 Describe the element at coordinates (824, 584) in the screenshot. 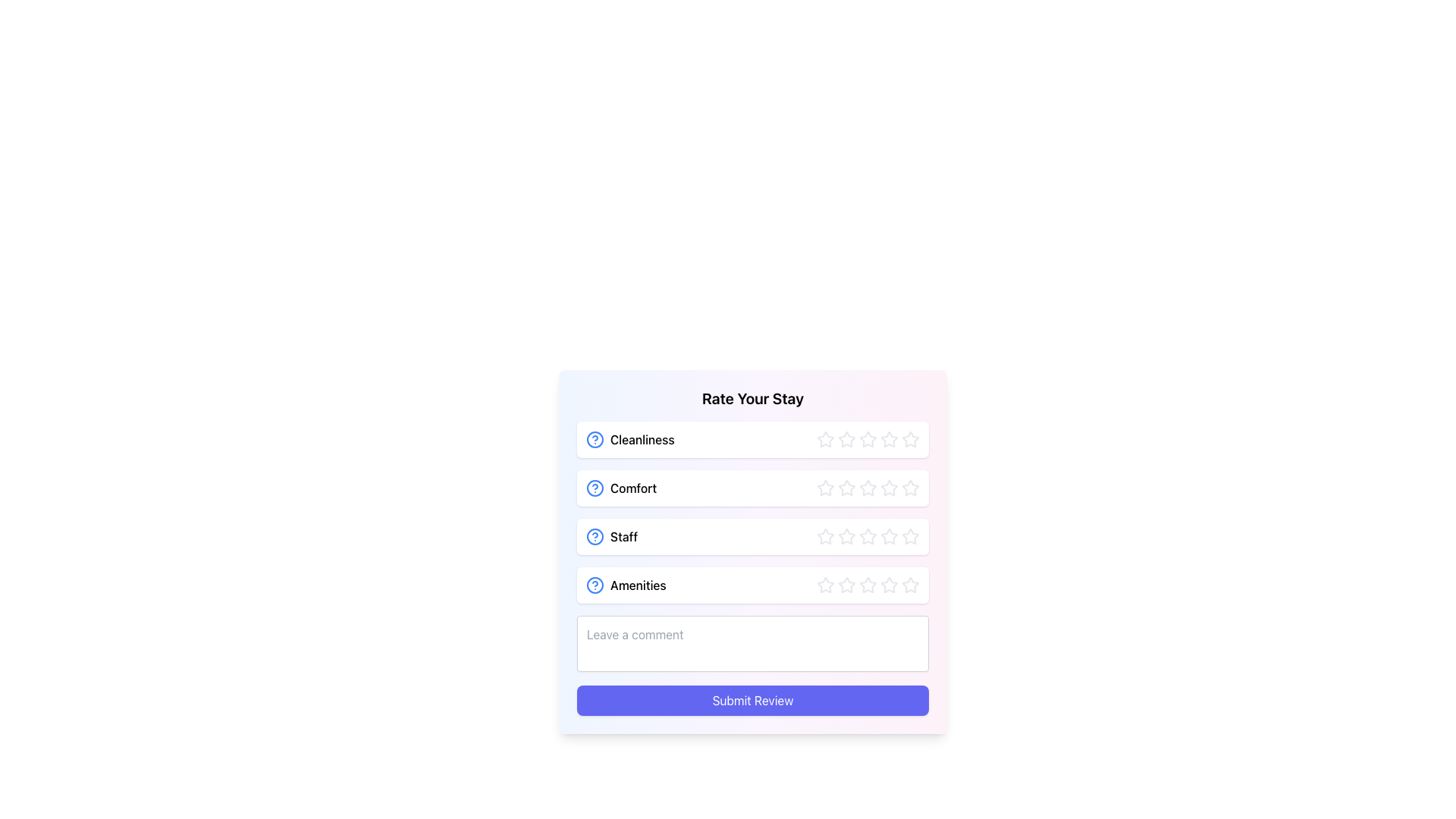

I see `the first rating star in the 'Rate Your Stay' form` at that location.